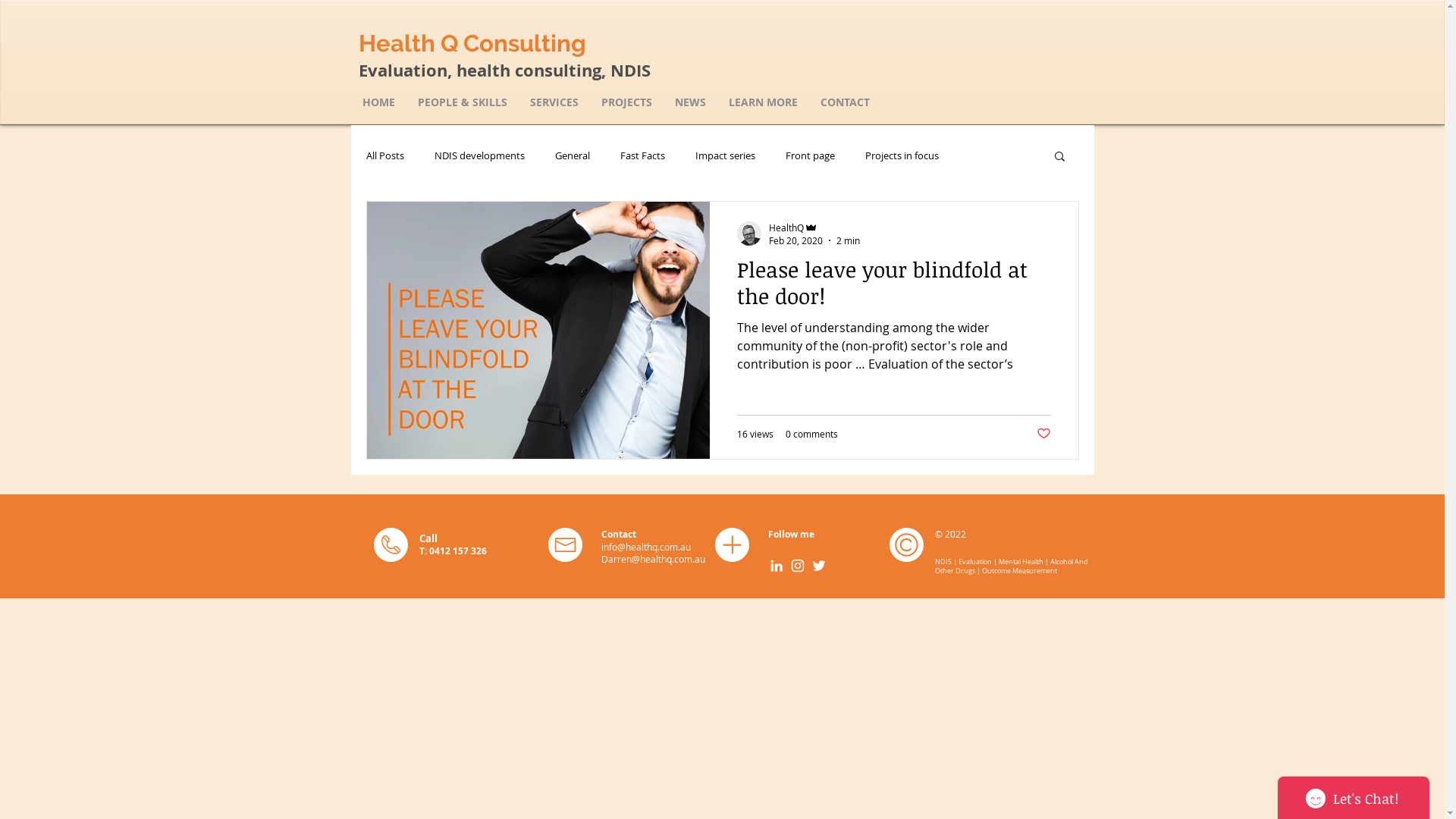  Describe the element at coordinates (626, 102) in the screenshot. I see `'PROJECTS'` at that location.